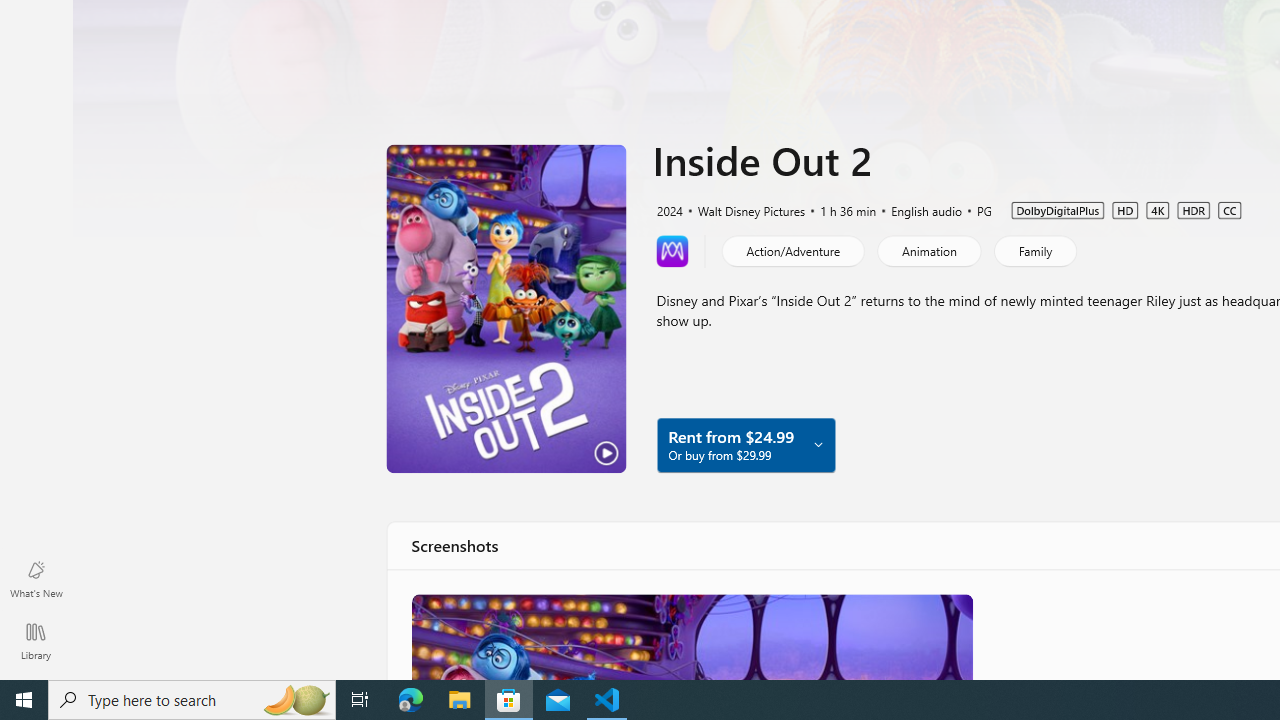 Image resolution: width=1280 pixels, height=720 pixels. I want to click on 'English audio', so click(916, 209).